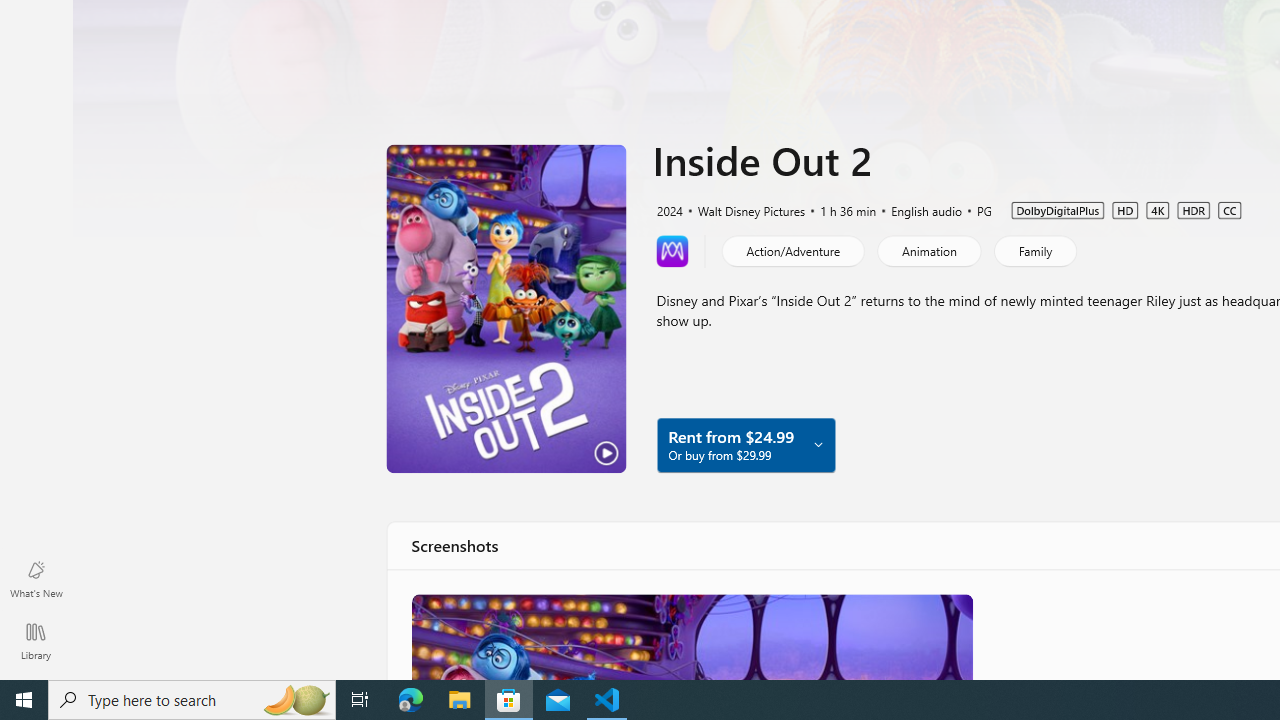 Image resolution: width=1280 pixels, height=720 pixels. I want to click on 'English audio', so click(916, 209).